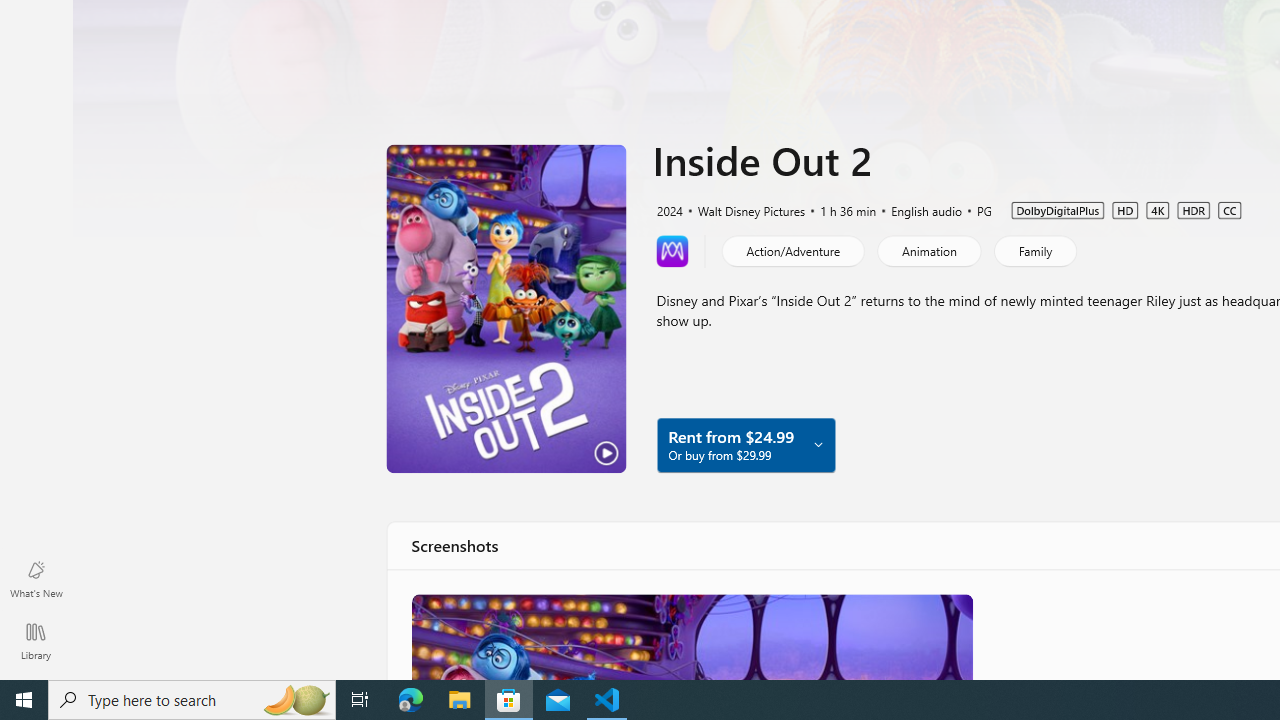 Image resolution: width=1280 pixels, height=720 pixels. I want to click on 'English audio', so click(916, 209).